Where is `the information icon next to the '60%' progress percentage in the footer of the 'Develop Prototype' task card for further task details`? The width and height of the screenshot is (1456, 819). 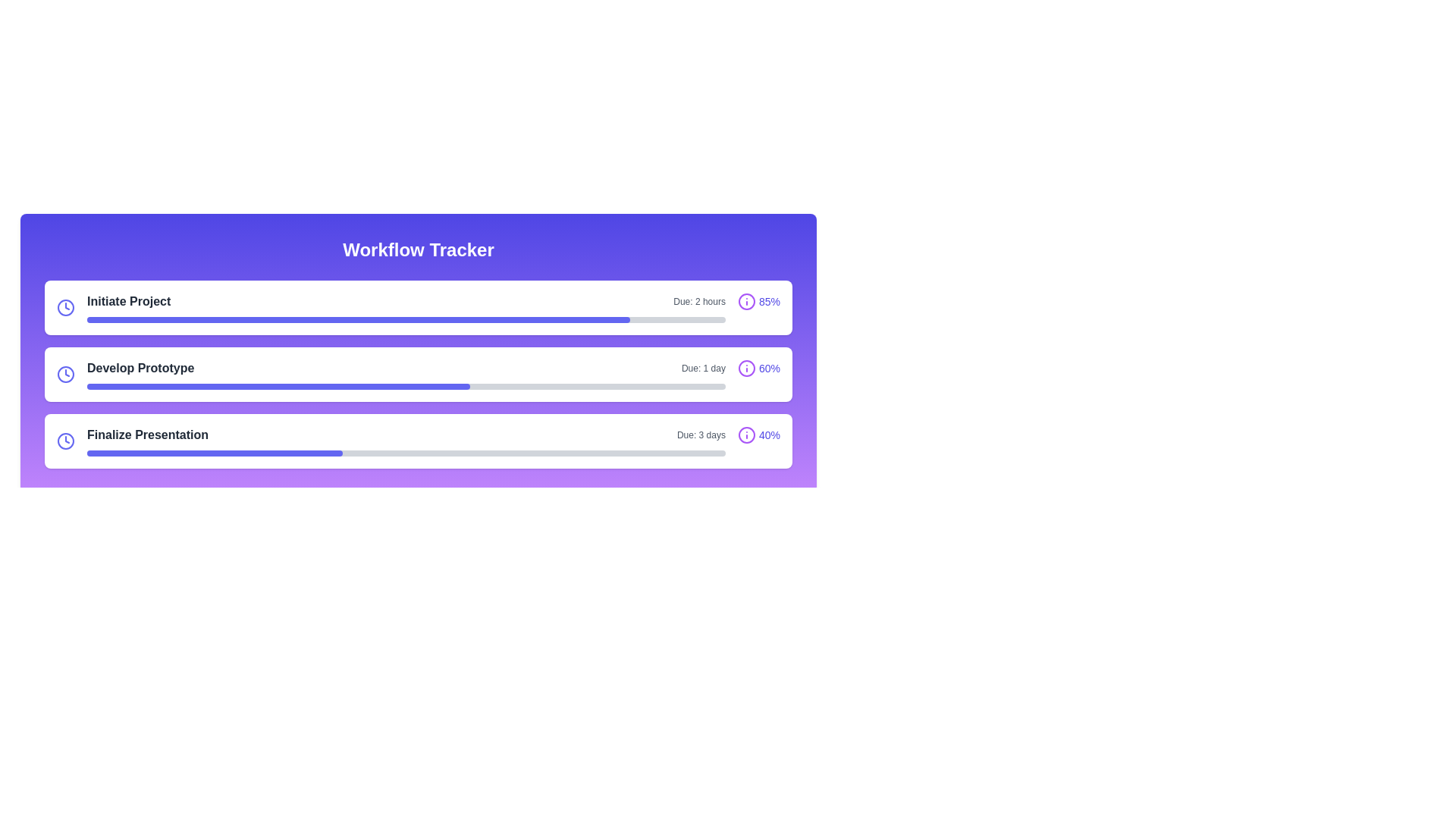
the information icon next to the '60%' progress percentage in the footer of the 'Develop Prototype' task card for further task details is located at coordinates (758, 369).